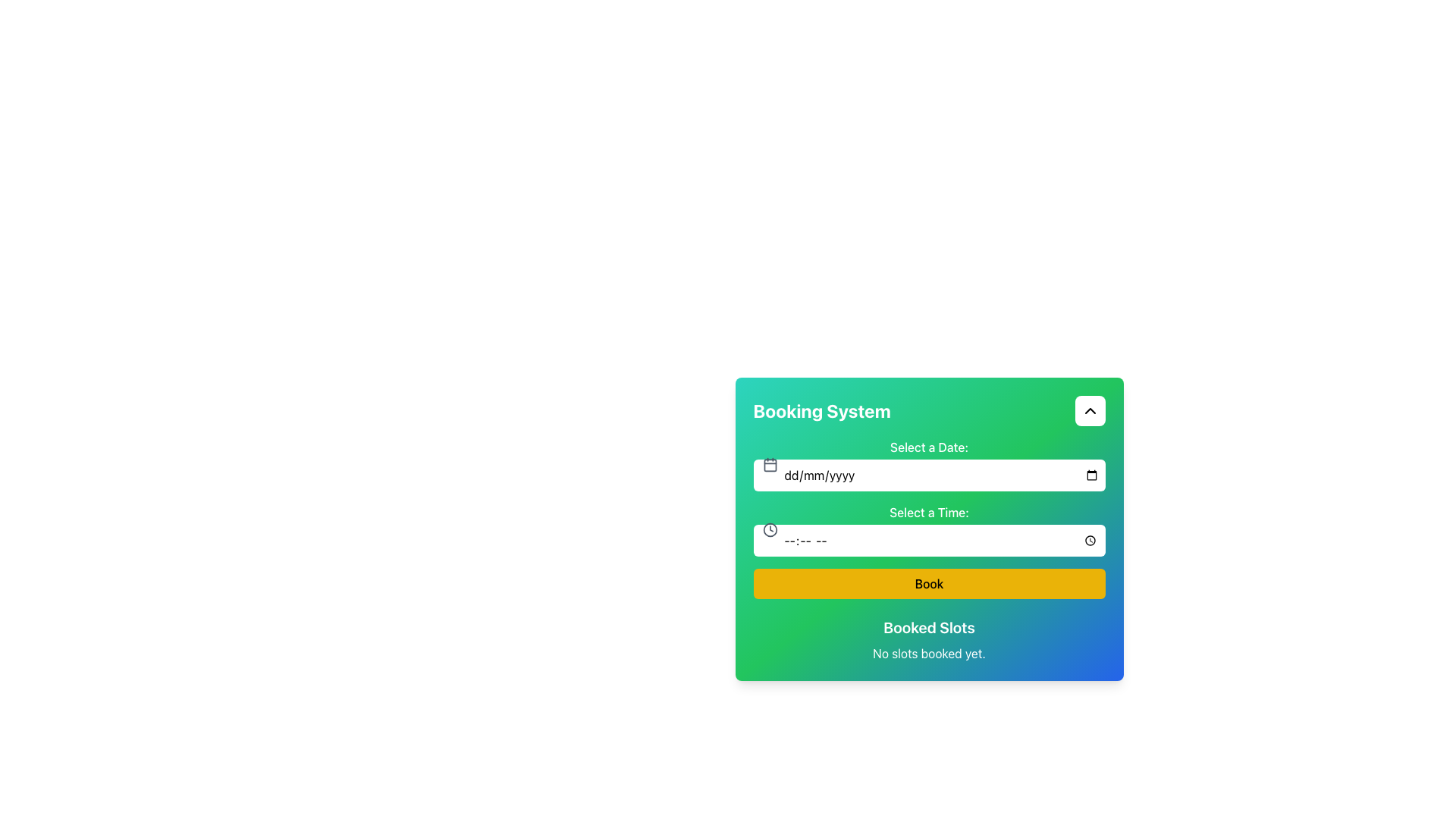 The width and height of the screenshot is (1456, 819). Describe the element at coordinates (928, 583) in the screenshot. I see `the 'Book' button with a yellow background and black text` at that location.